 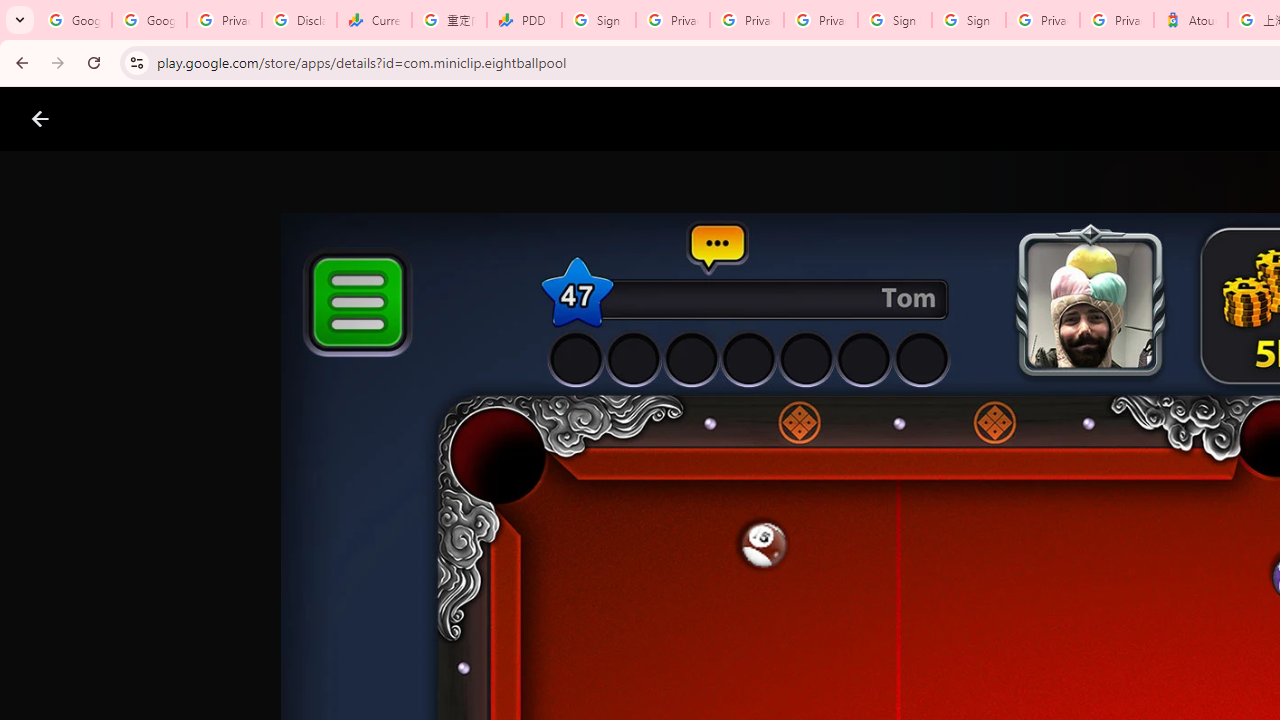 I want to click on 'PDD Holdings Inc - ADR (PDD) Price & News - Google Finance', so click(x=524, y=20).